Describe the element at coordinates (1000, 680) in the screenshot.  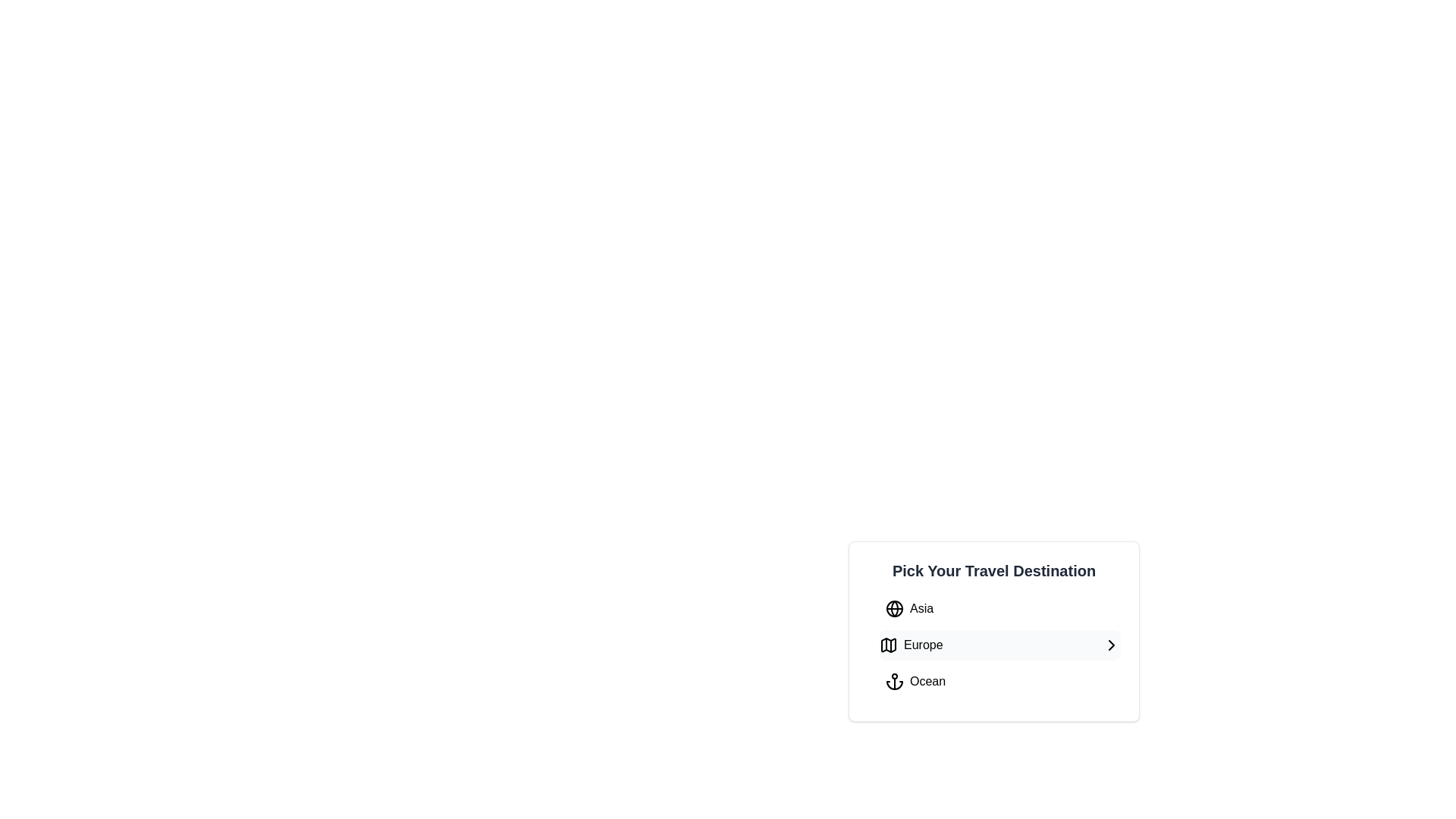
I see `the selectable item labeled 'Ocean' which is the last option in the vertical list titled 'Pick Your Travel Destination'` at that location.